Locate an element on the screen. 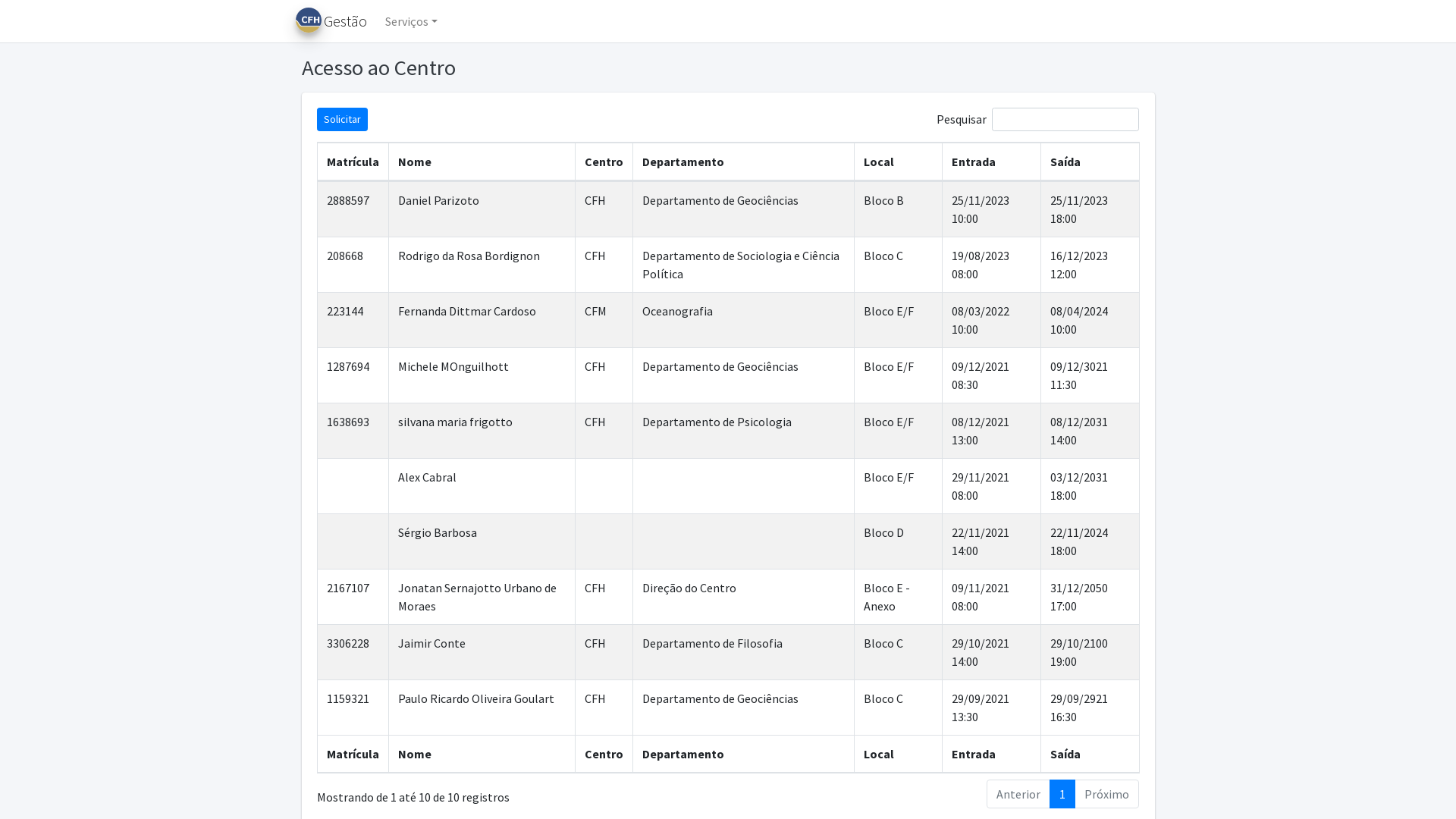 The height and width of the screenshot is (819, 1456). 'Solicitar' is located at coordinates (341, 118).